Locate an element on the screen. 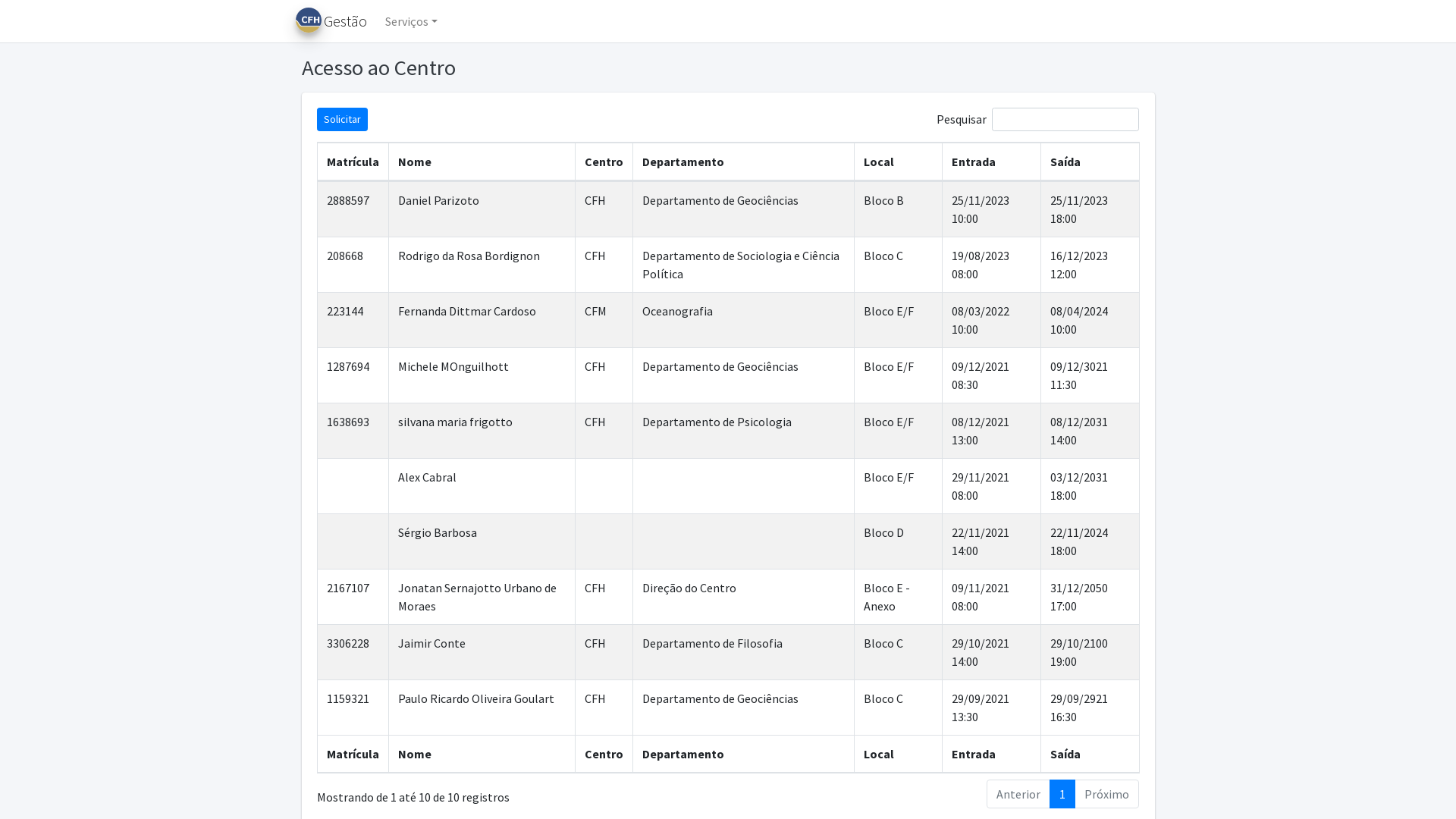 The height and width of the screenshot is (819, 1456). 'Solicitar' is located at coordinates (341, 118).